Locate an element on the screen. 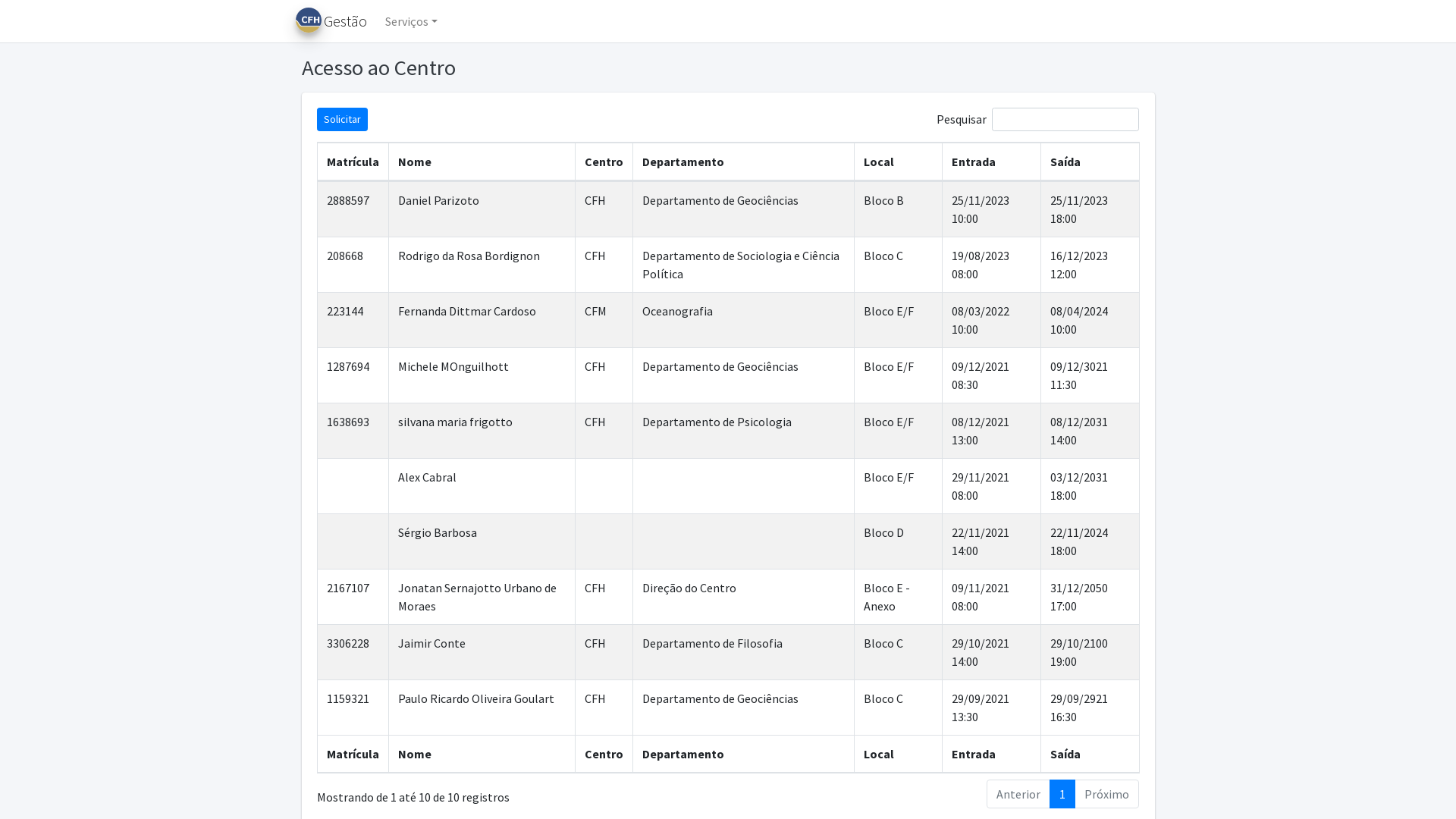 The height and width of the screenshot is (819, 1456). 'Solicitar' is located at coordinates (341, 118).